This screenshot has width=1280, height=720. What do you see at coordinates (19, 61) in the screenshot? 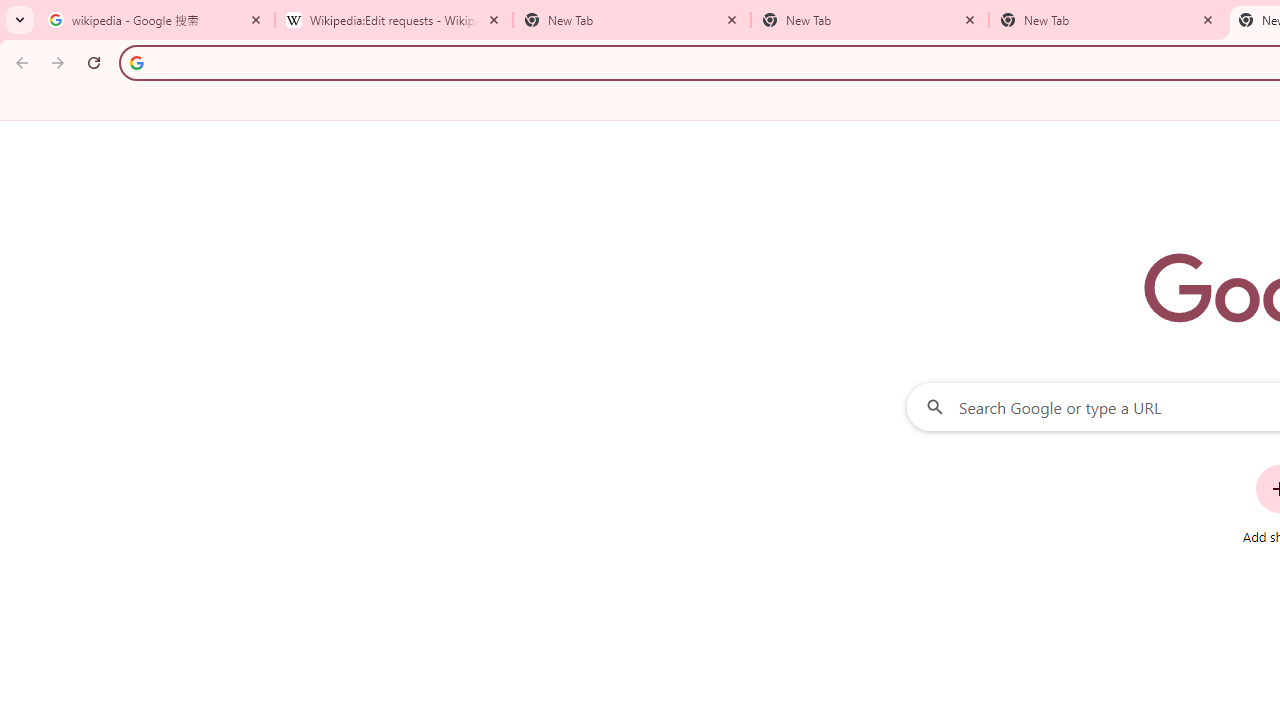
I see `'Back'` at bounding box center [19, 61].